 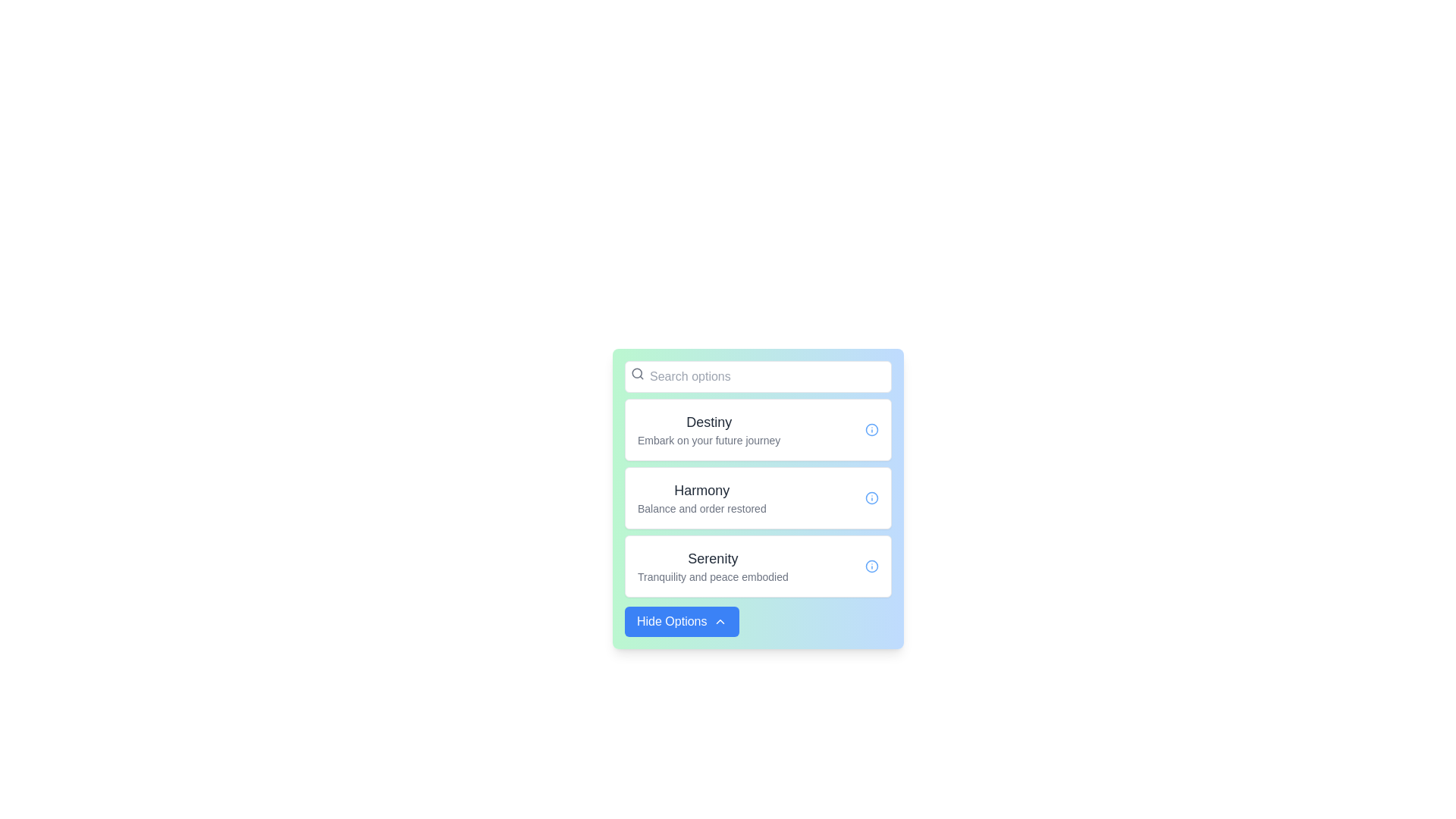 What do you see at coordinates (758, 497) in the screenshot?
I see `the second item in the dropdown list labeled 'Harmony', which has a bold black font and a grey descriptive line` at bounding box center [758, 497].